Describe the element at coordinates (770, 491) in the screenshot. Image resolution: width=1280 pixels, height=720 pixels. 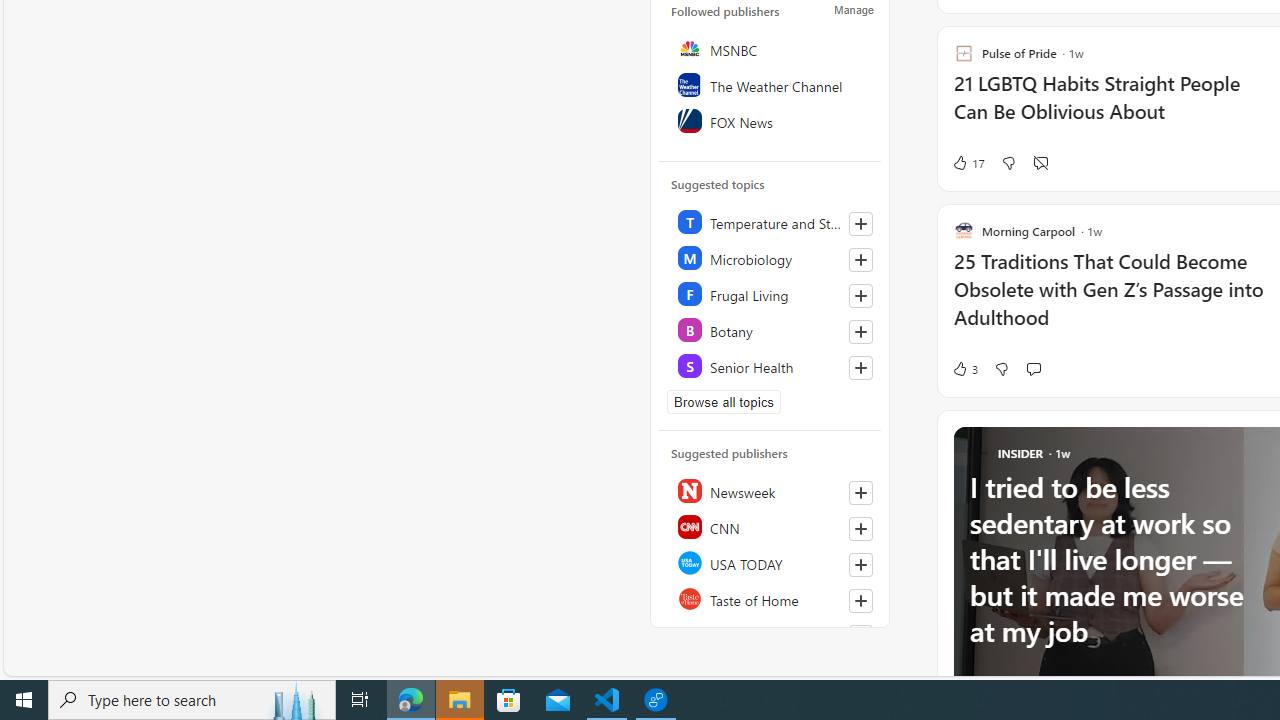
I see `'Newsweek'` at that location.